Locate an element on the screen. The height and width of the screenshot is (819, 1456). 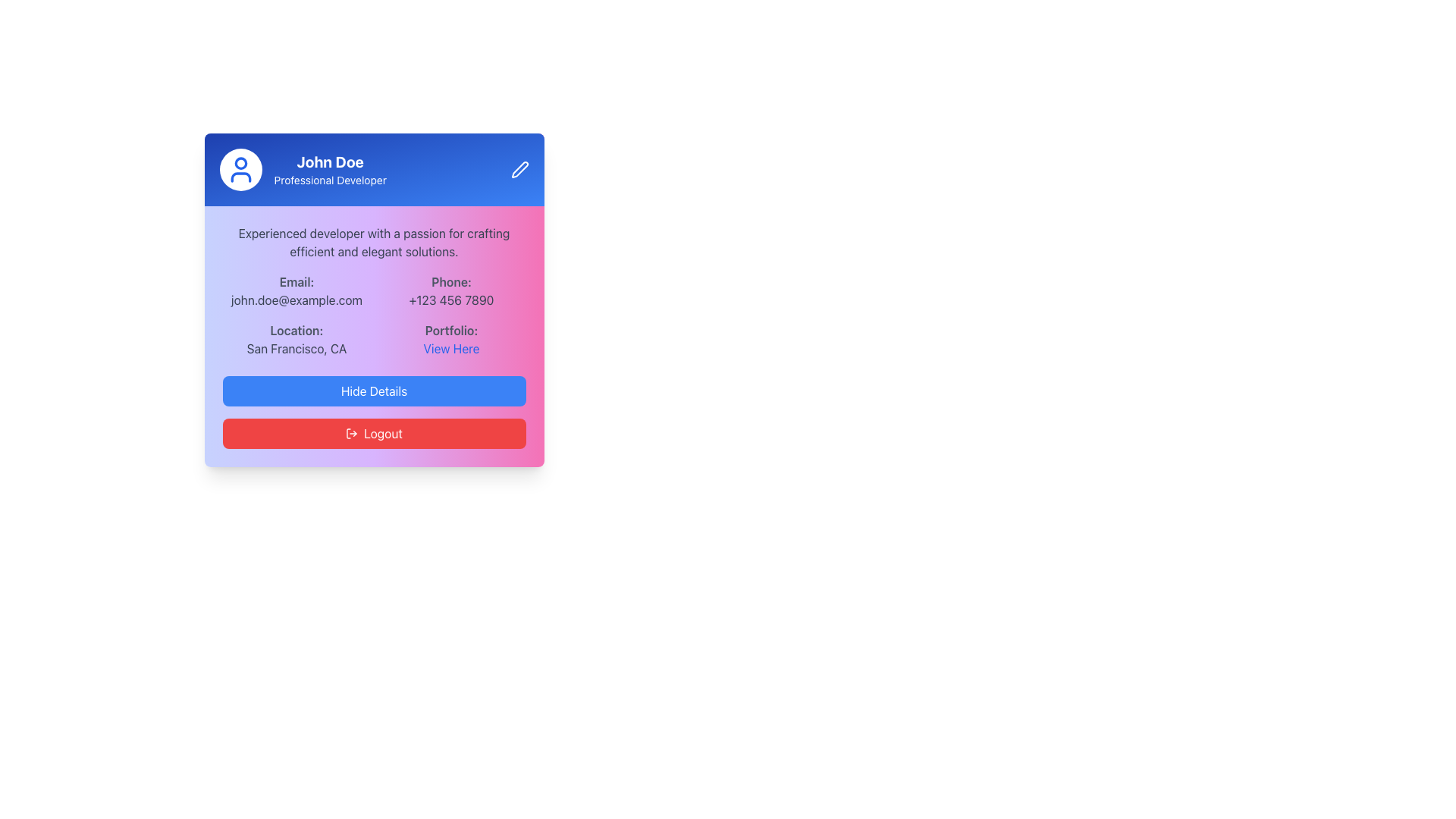
the edit icon located at the top-right corner of the user's name and profession card is located at coordinates (519, 169).